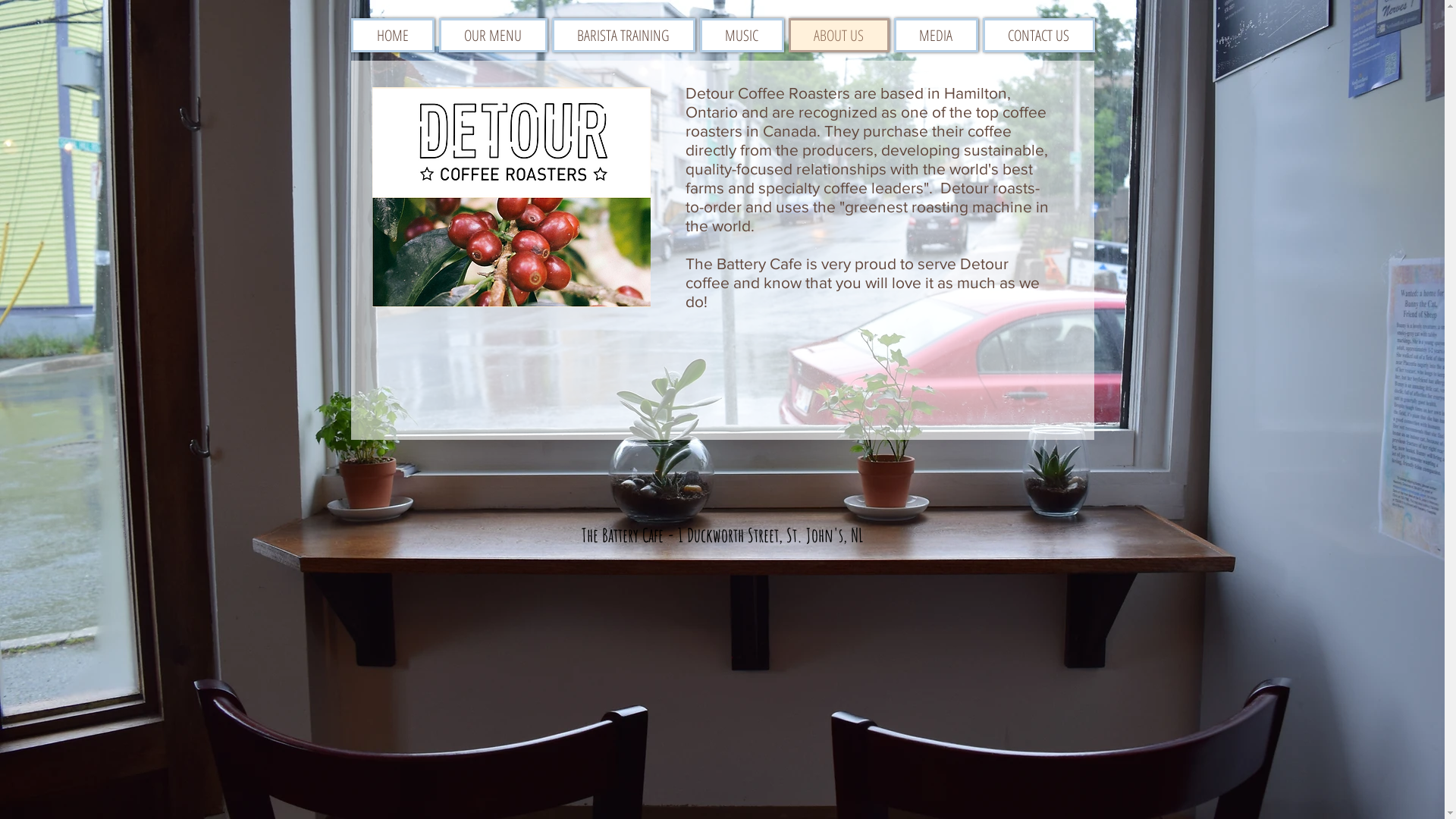  I want to click on 'HOME', so click(392, 34).